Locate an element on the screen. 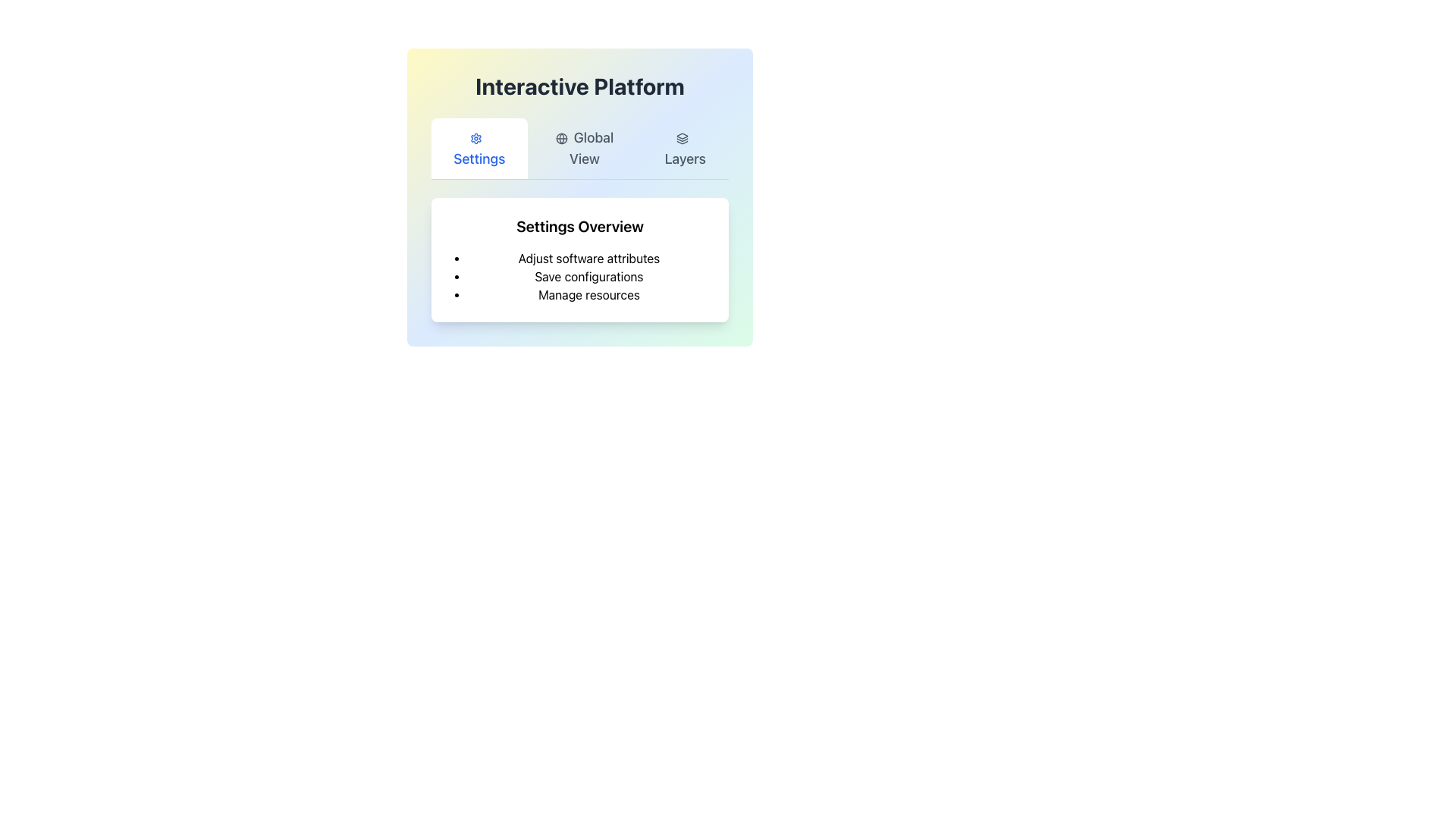  the settings button, which is the leftmost button in a horizontal group of three is located at coordinates (479, 149).